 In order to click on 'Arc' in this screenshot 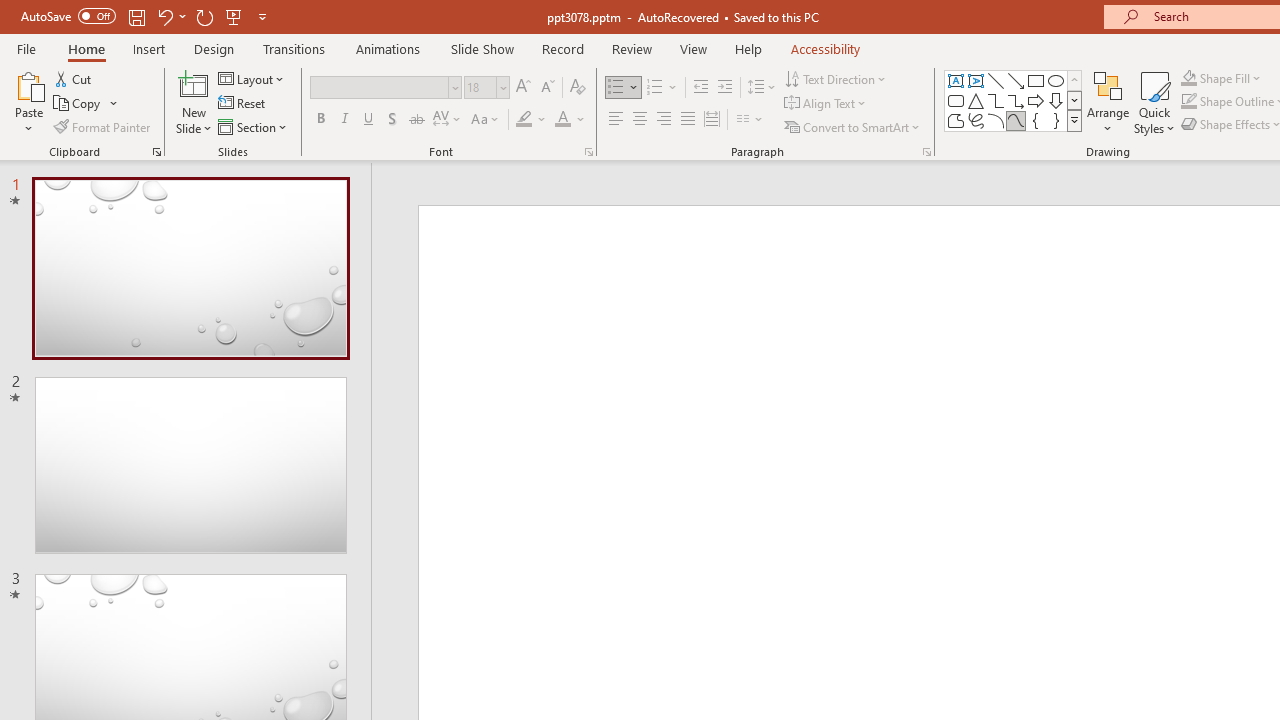, I will do `click(995, 120)`.